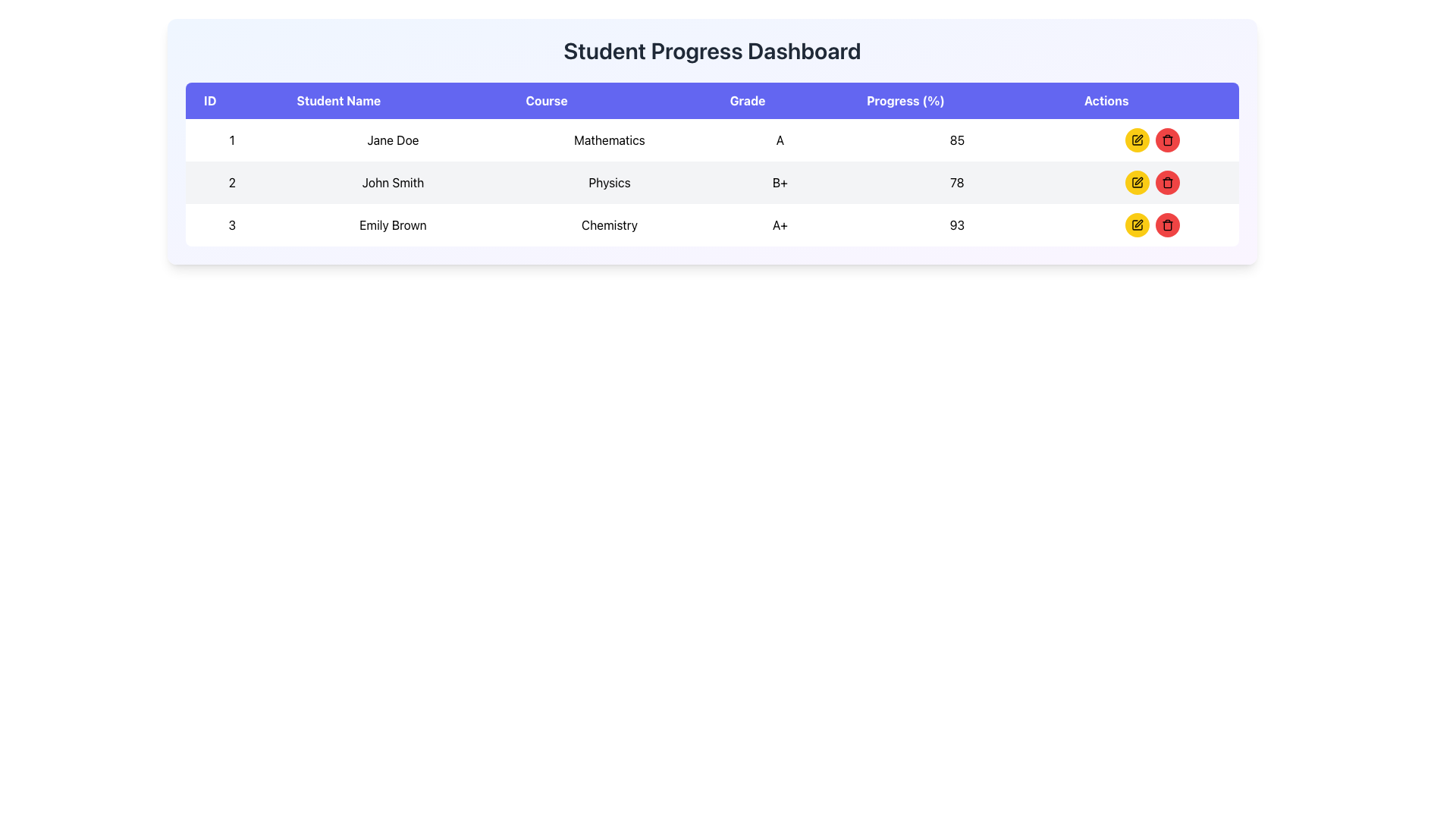 Image resolution: width=1456 pixels, height=819 pixels. What do you see at coordinates (1166, 181) in the screenshot?
I see `the trash can icon within the circular red button in the 'Actions' column of the second row` at bounding box center [1166, 181].